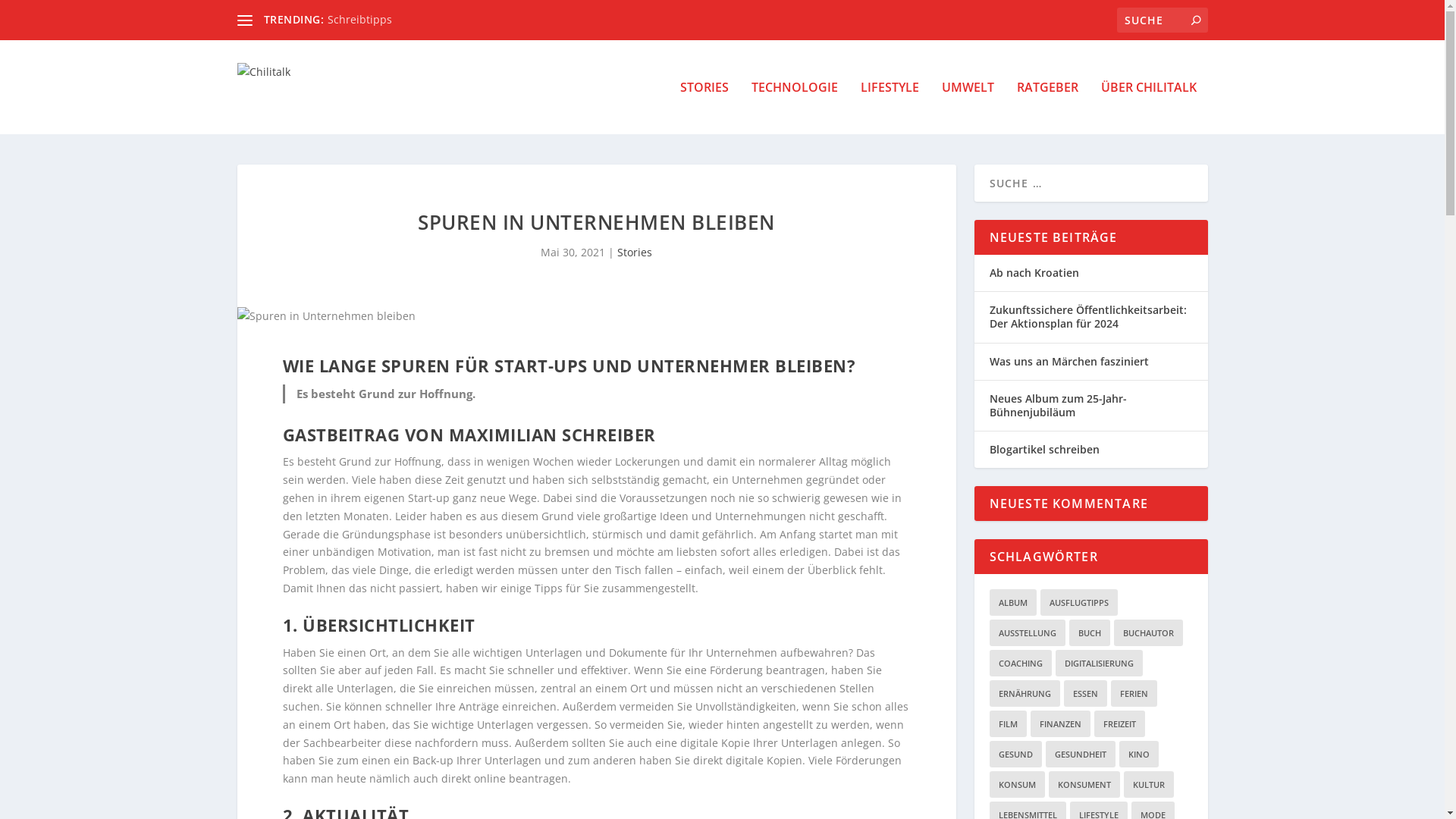 This screenshot has height=819, width=1456. I want to click on 'KONSUM', so click(1016, 784).